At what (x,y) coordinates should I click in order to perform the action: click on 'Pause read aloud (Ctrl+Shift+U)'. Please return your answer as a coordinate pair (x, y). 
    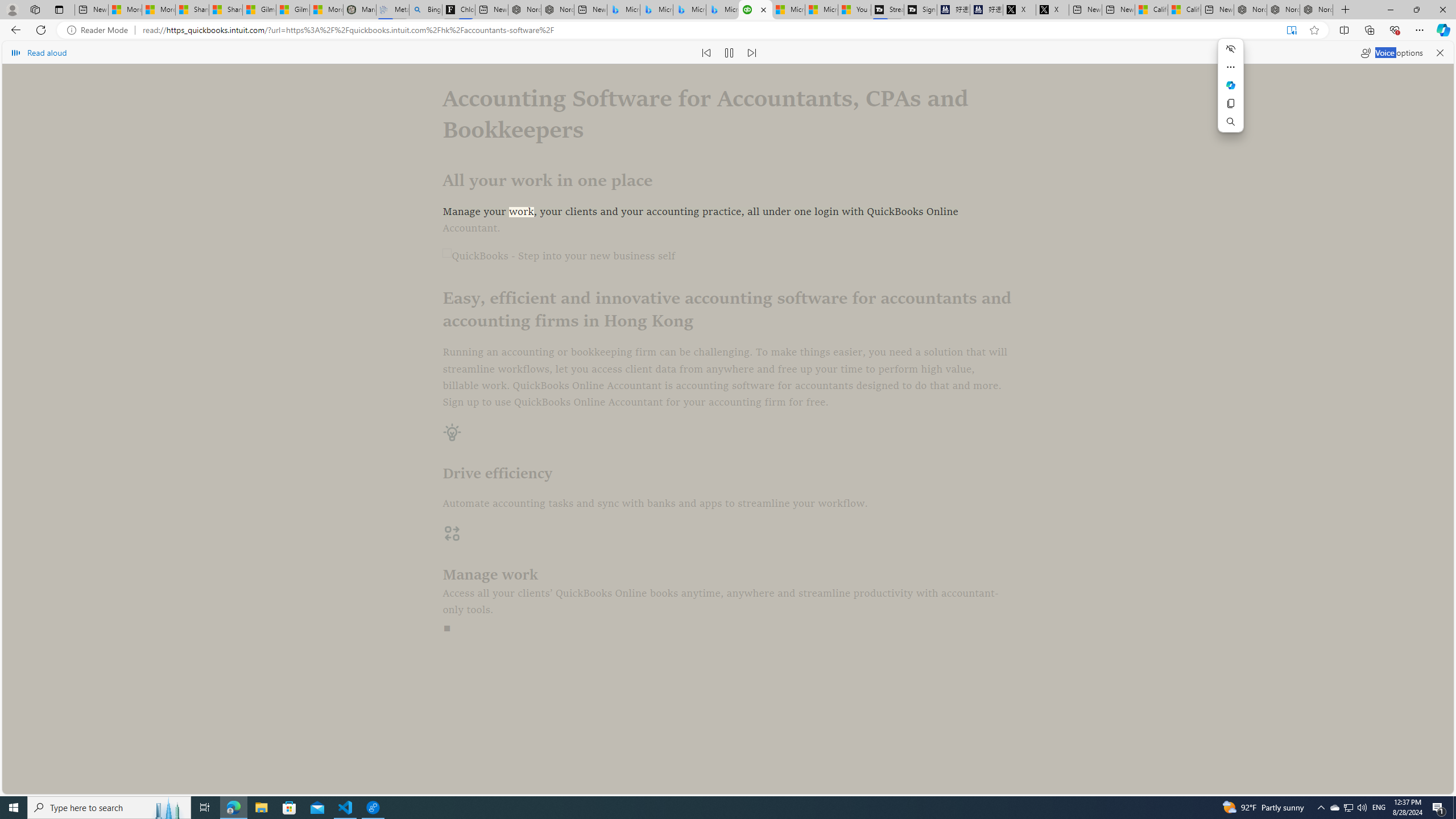
    Looking at the image, I should click on (729, 52).